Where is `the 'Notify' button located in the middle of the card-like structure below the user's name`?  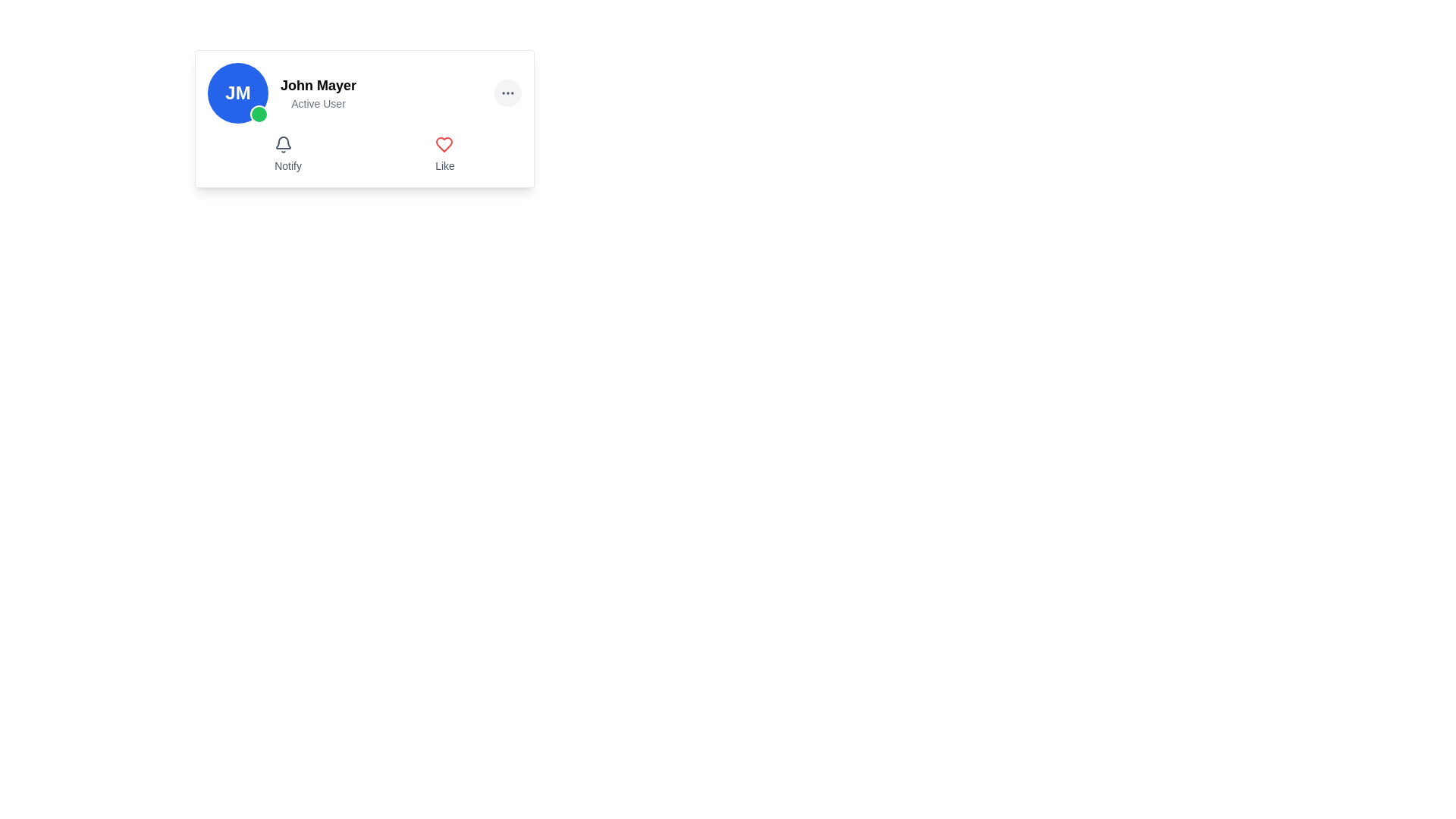 the 'Notify' button located in the middle of the card-like structure below the user's name is located at coordinates (287, 155).